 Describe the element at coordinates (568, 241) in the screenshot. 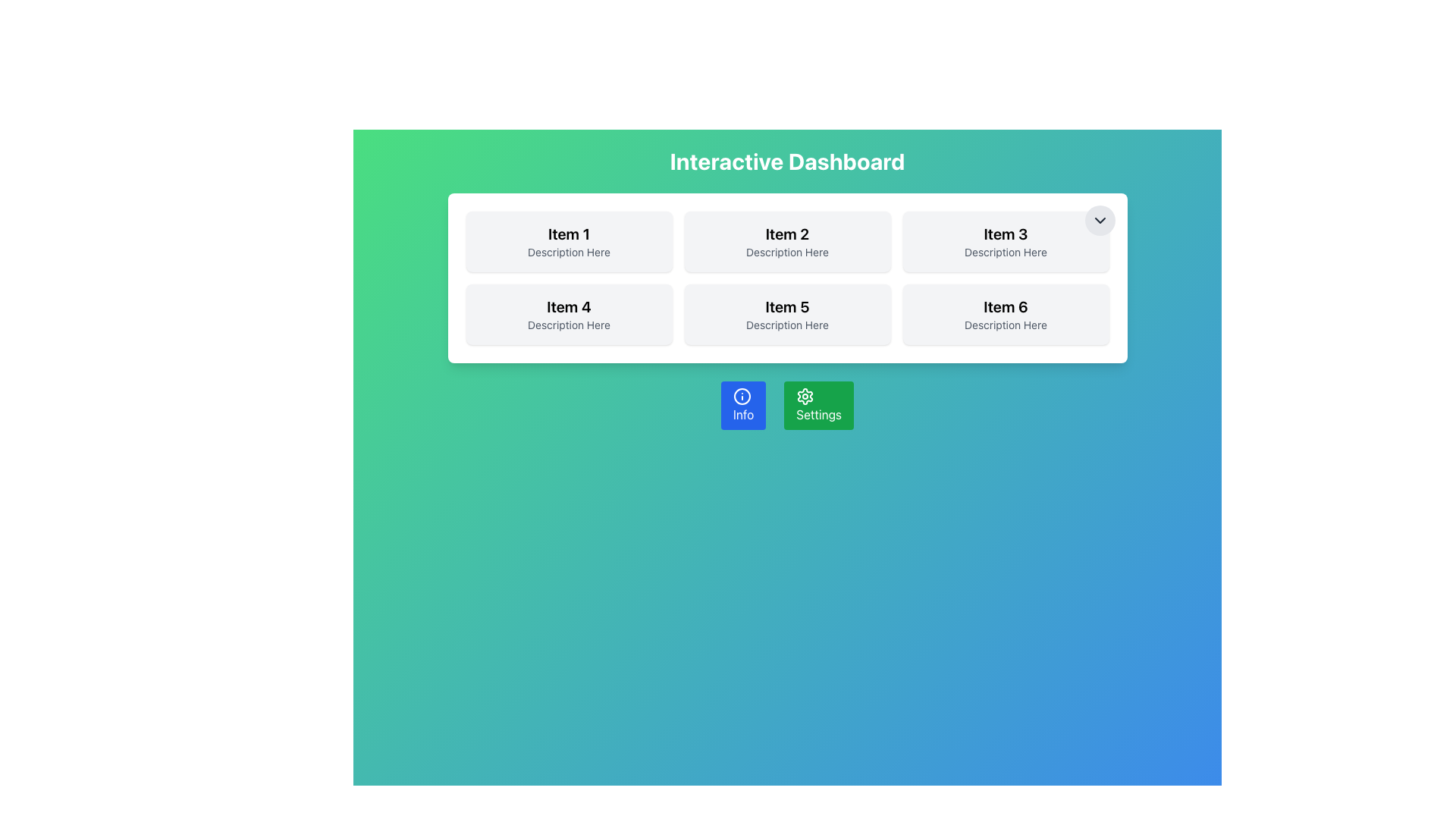

I see `the informational card located in the upper left of the grid layout, which is the first element in the grid under the title 'Interactive Dashboard'` at that location.